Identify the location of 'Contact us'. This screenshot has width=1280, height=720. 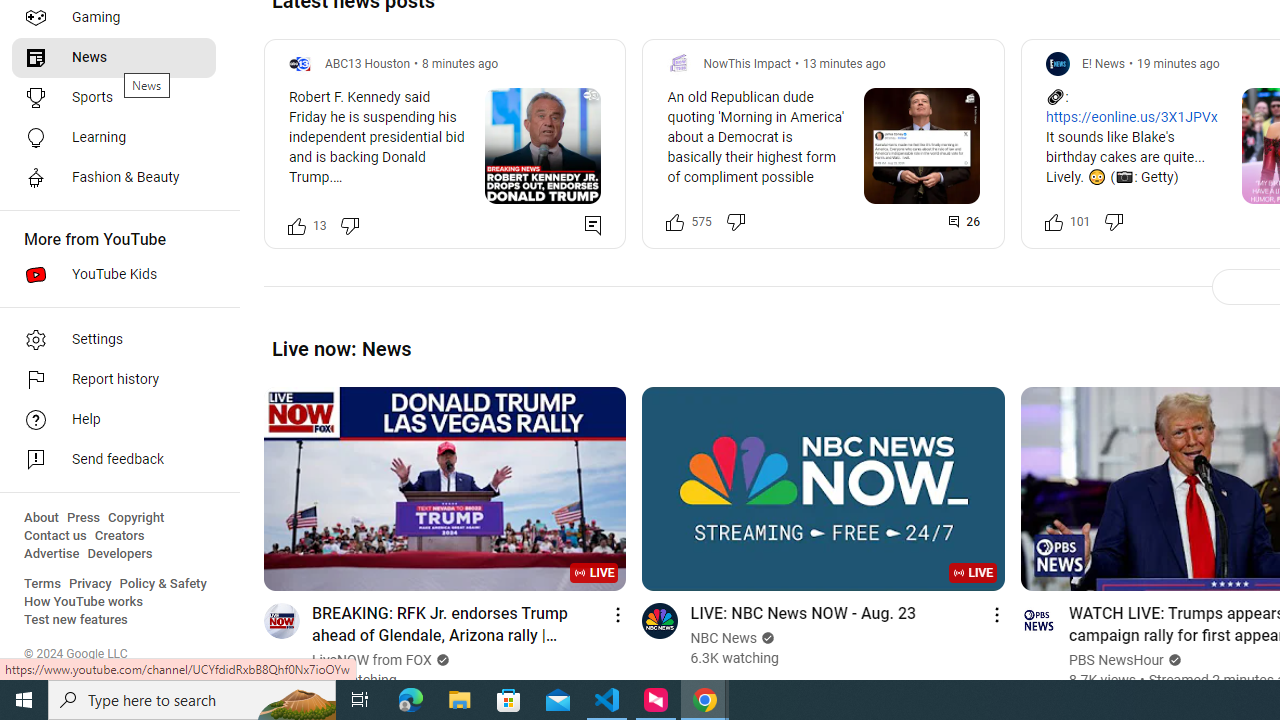
(55, 535).